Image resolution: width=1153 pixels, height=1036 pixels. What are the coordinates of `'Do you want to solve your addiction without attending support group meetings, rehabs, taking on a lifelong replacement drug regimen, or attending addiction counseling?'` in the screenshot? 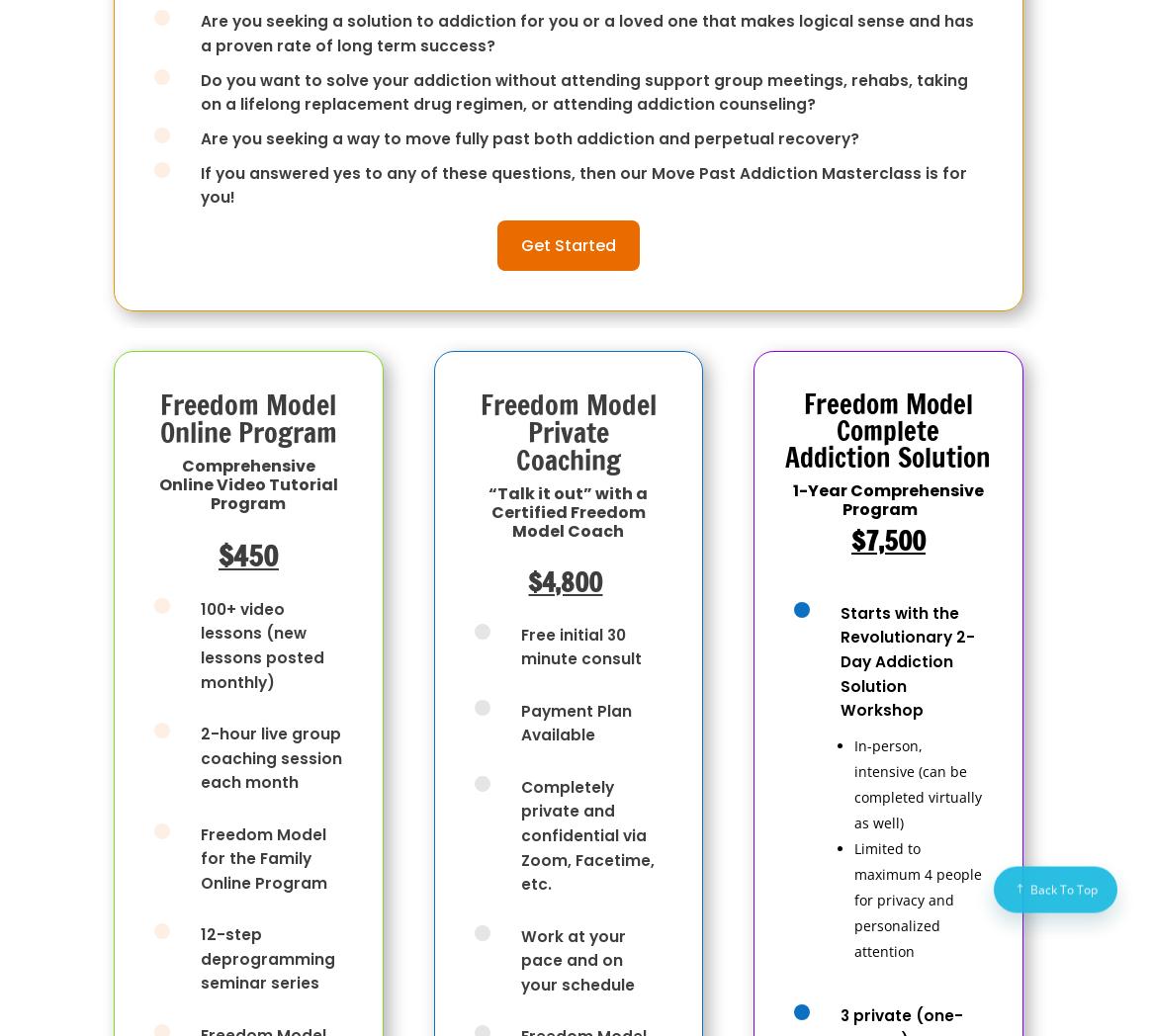 It's located at (584, 90).